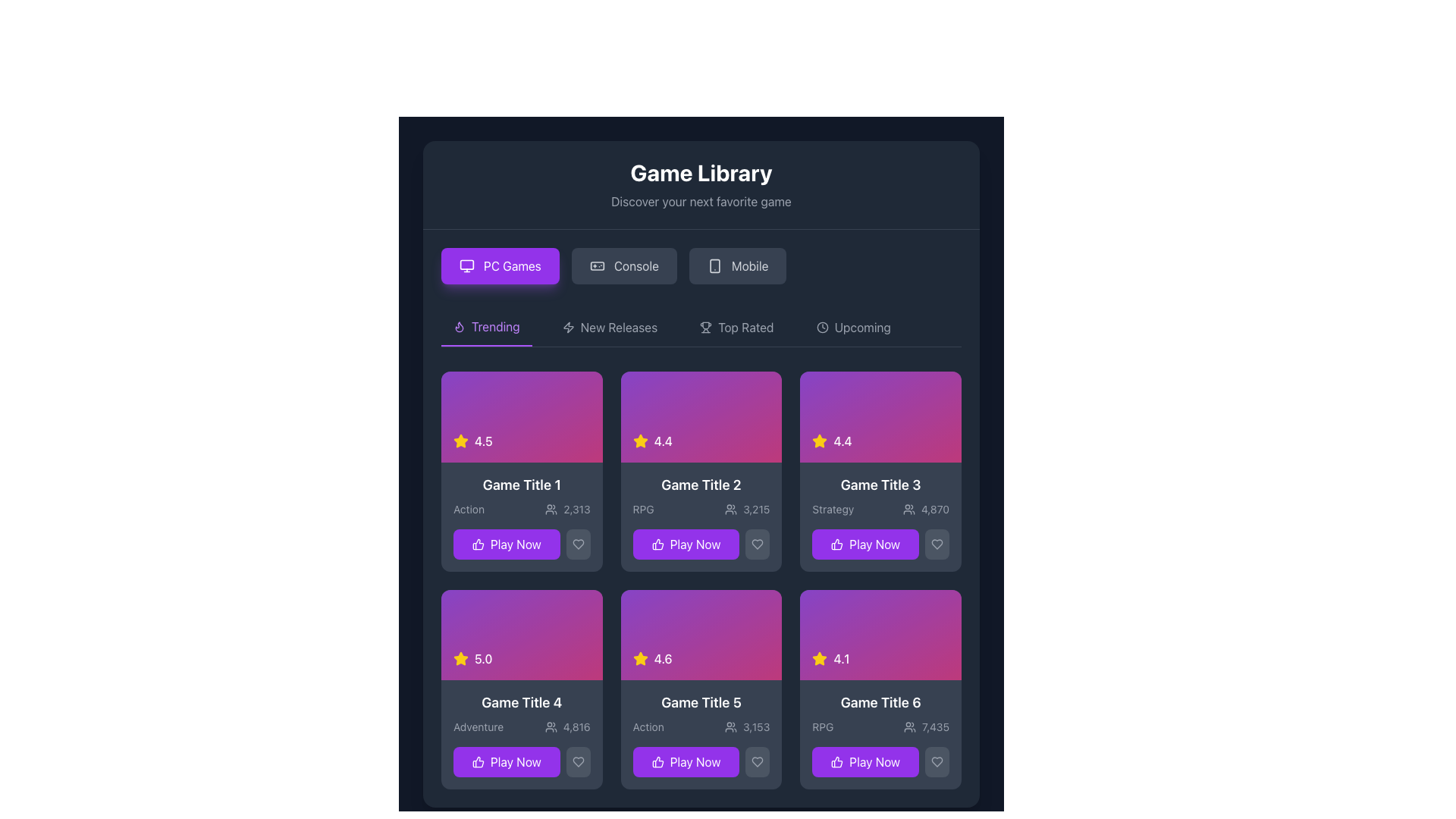 This screenshot has height=819, width=1456. I want to click on the descriptive information element displaying 'Adventure' and the count '4,816' in the fourth game card of the second row, so click(522, 726).